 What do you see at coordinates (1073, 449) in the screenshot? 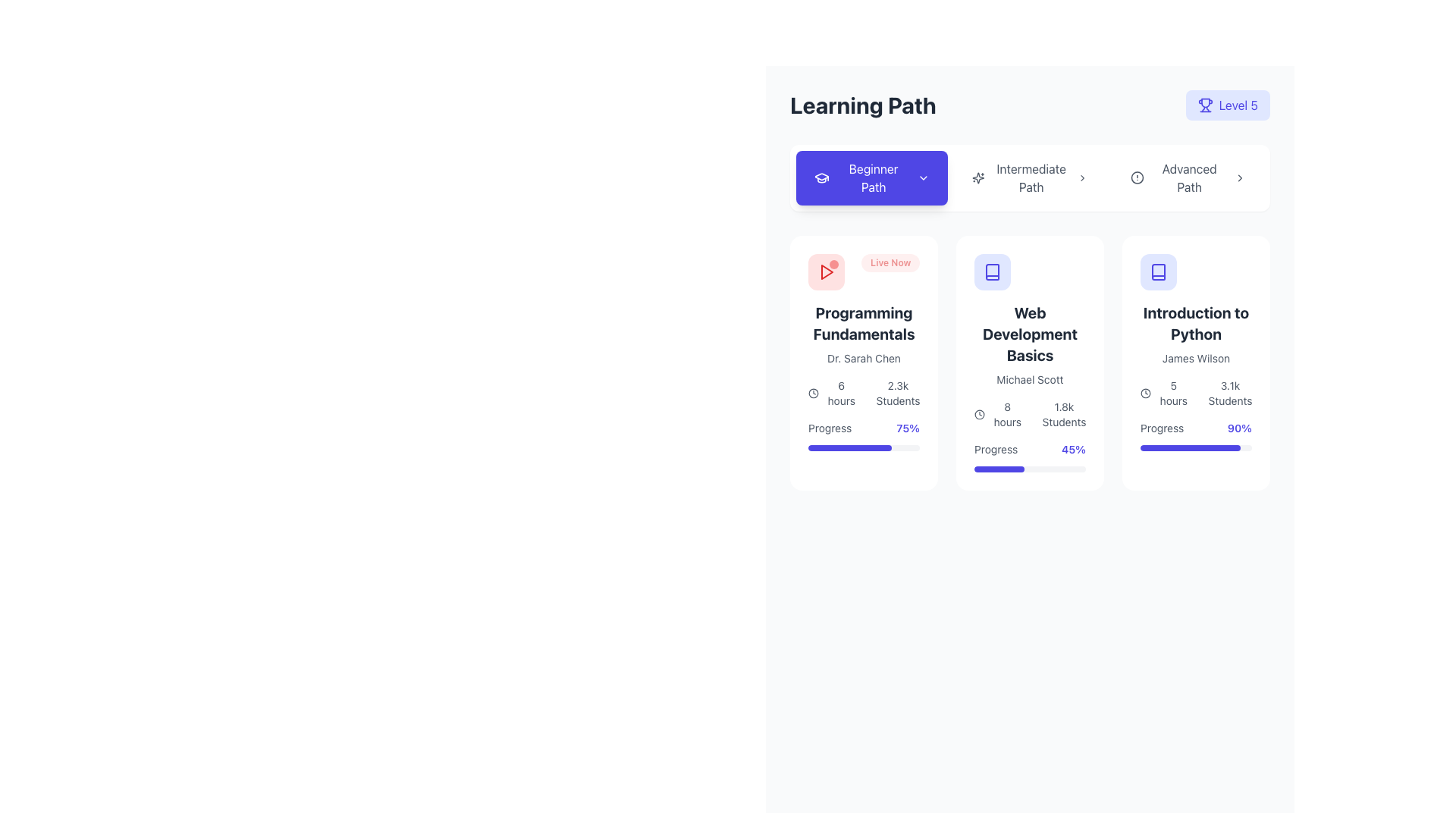
I see `the Text label displaying '45%' in a bold, indigo-colored font, which represents a percentage value related to a metric or progress` at bounding box center [1073, 449].